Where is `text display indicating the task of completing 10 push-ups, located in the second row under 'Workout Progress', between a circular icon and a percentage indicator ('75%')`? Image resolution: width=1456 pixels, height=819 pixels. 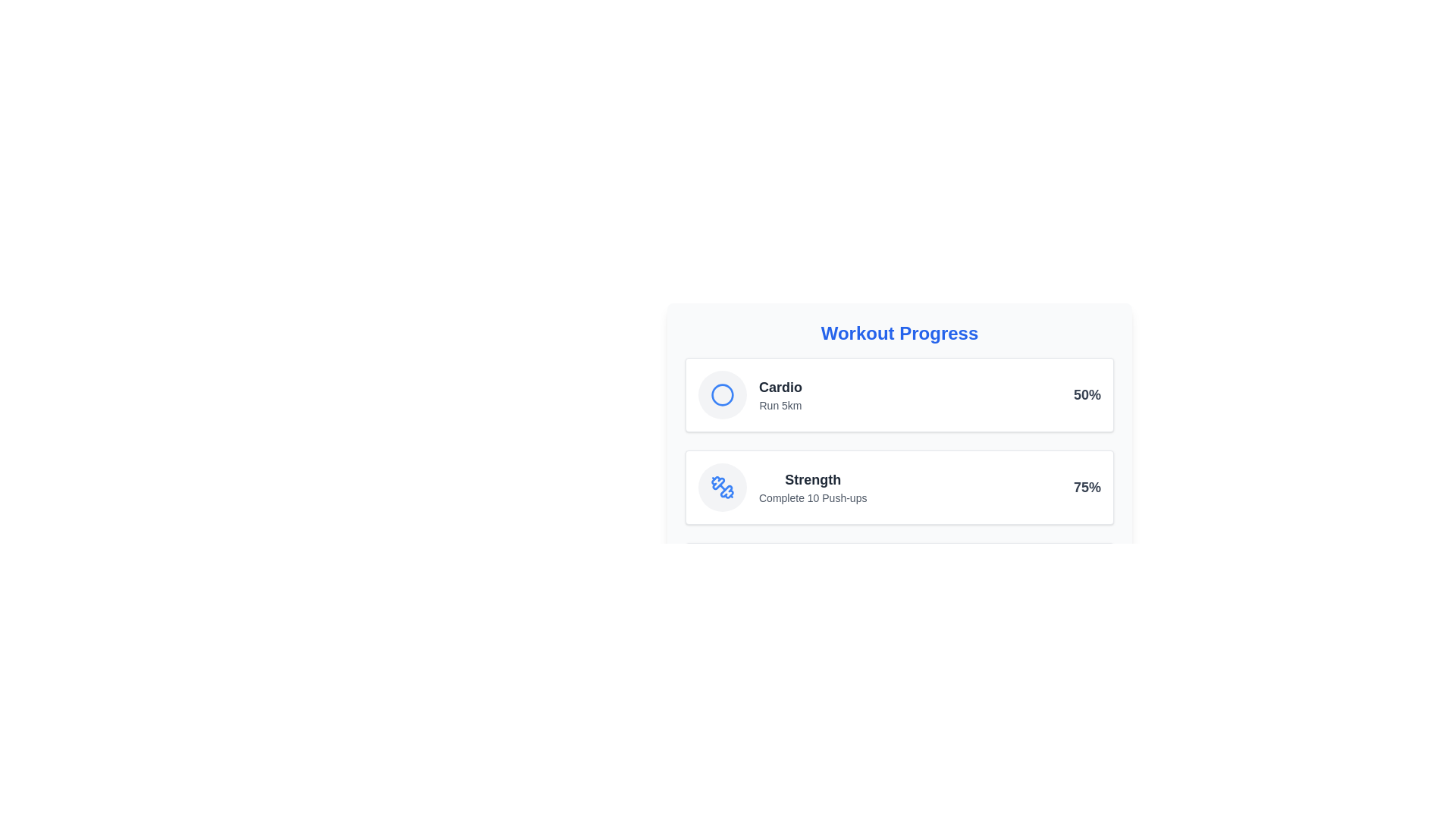
text display indicating the task of completing 10 push-ups, located in the second row under 'Workout Progress', between a circular icon and a percentage indicator ('75%') is located at coordinates (812, 488).